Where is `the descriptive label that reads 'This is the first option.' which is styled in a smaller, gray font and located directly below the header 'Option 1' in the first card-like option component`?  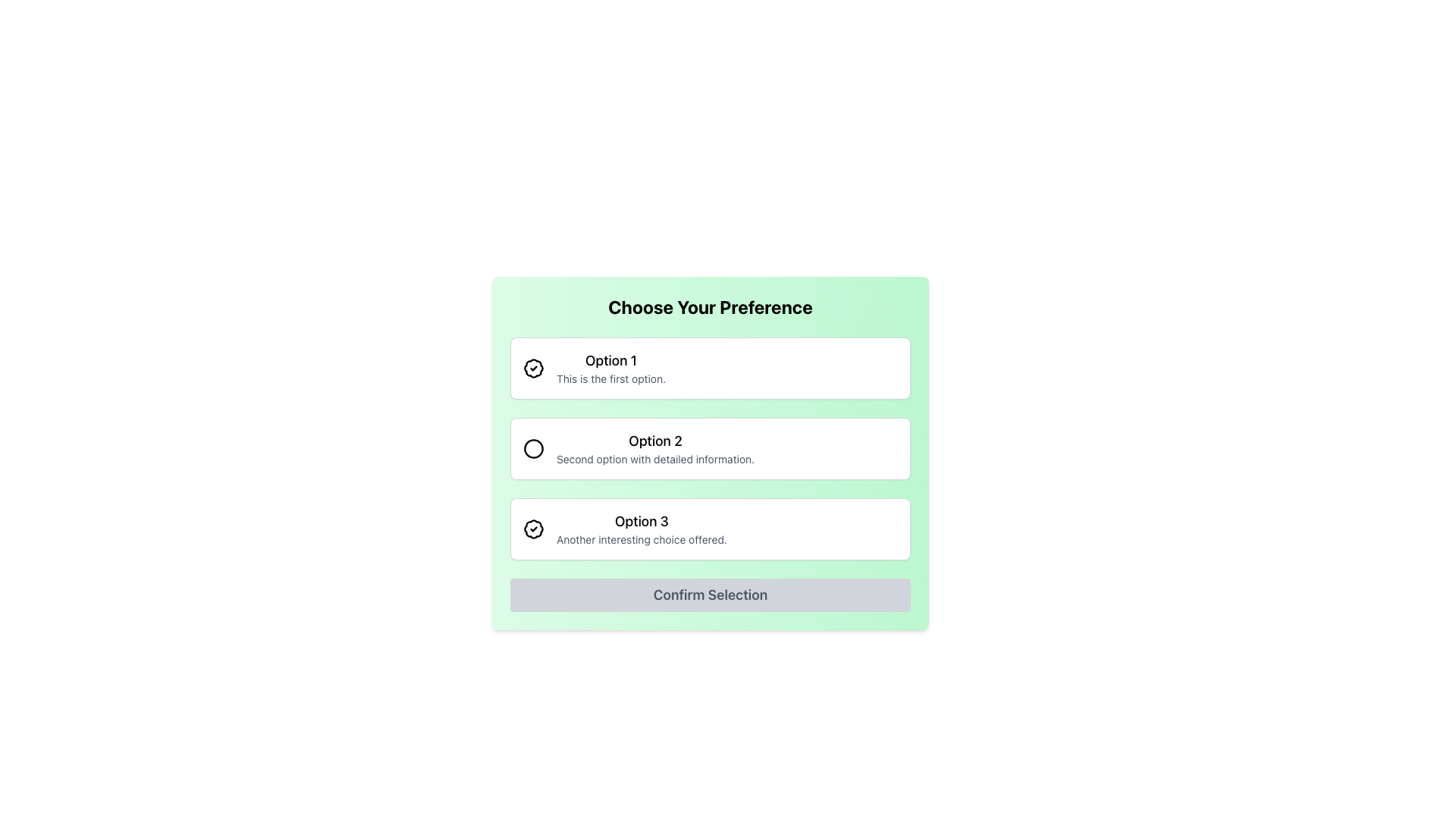
the descriptive label that reads 'This is the first option.' which is styled in a smaller, gray font and located directly below the header 'Option 1' in the first card-like option component is located at coordinates (611, 378).